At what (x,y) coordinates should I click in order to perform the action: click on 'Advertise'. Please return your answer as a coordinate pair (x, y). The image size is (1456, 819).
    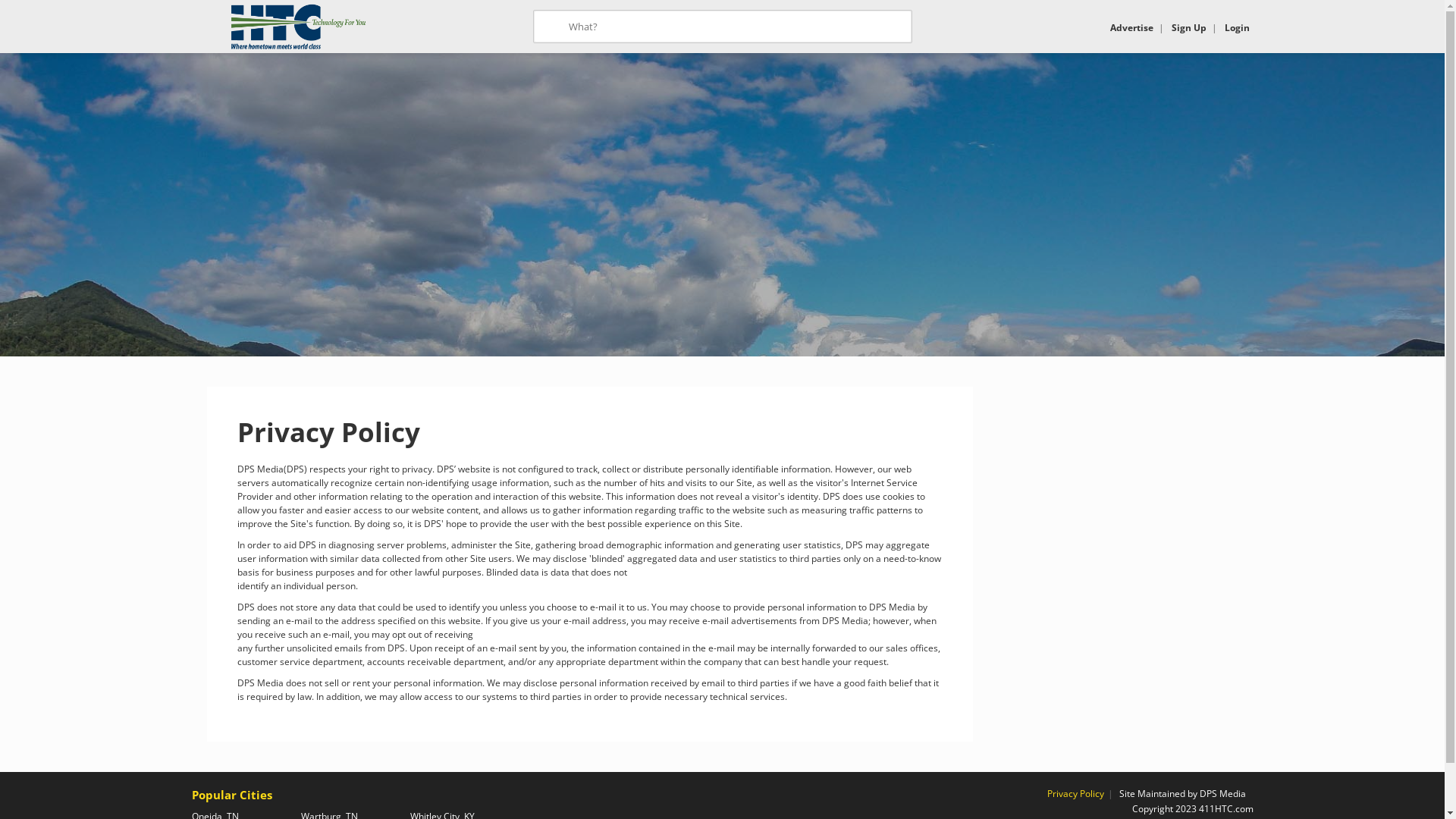
    Looking at the image, I should click on (1131, 27).